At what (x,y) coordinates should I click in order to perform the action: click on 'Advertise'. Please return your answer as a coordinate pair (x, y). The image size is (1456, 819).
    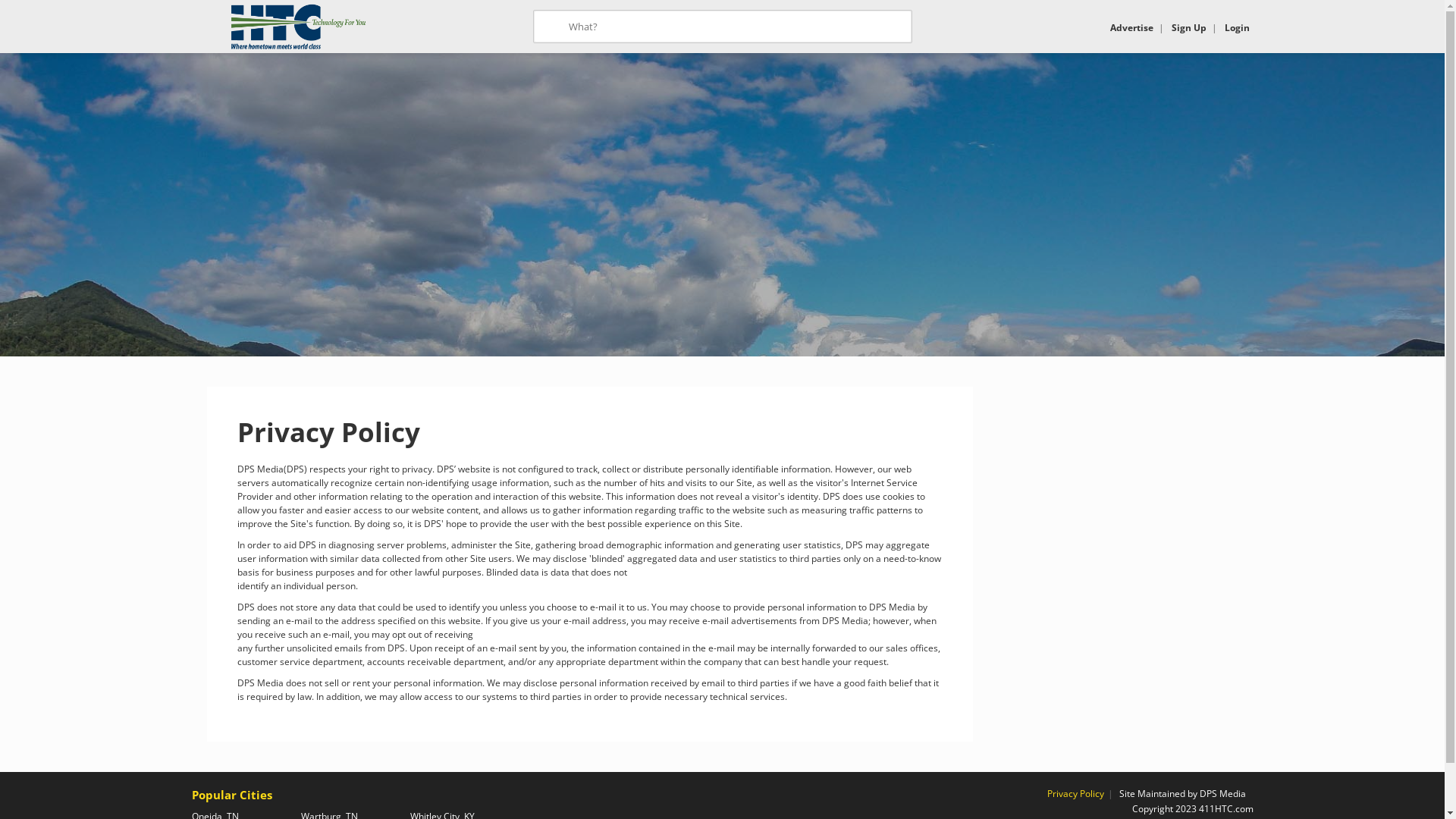
    Looking at the image, I should click on (1131, 27).